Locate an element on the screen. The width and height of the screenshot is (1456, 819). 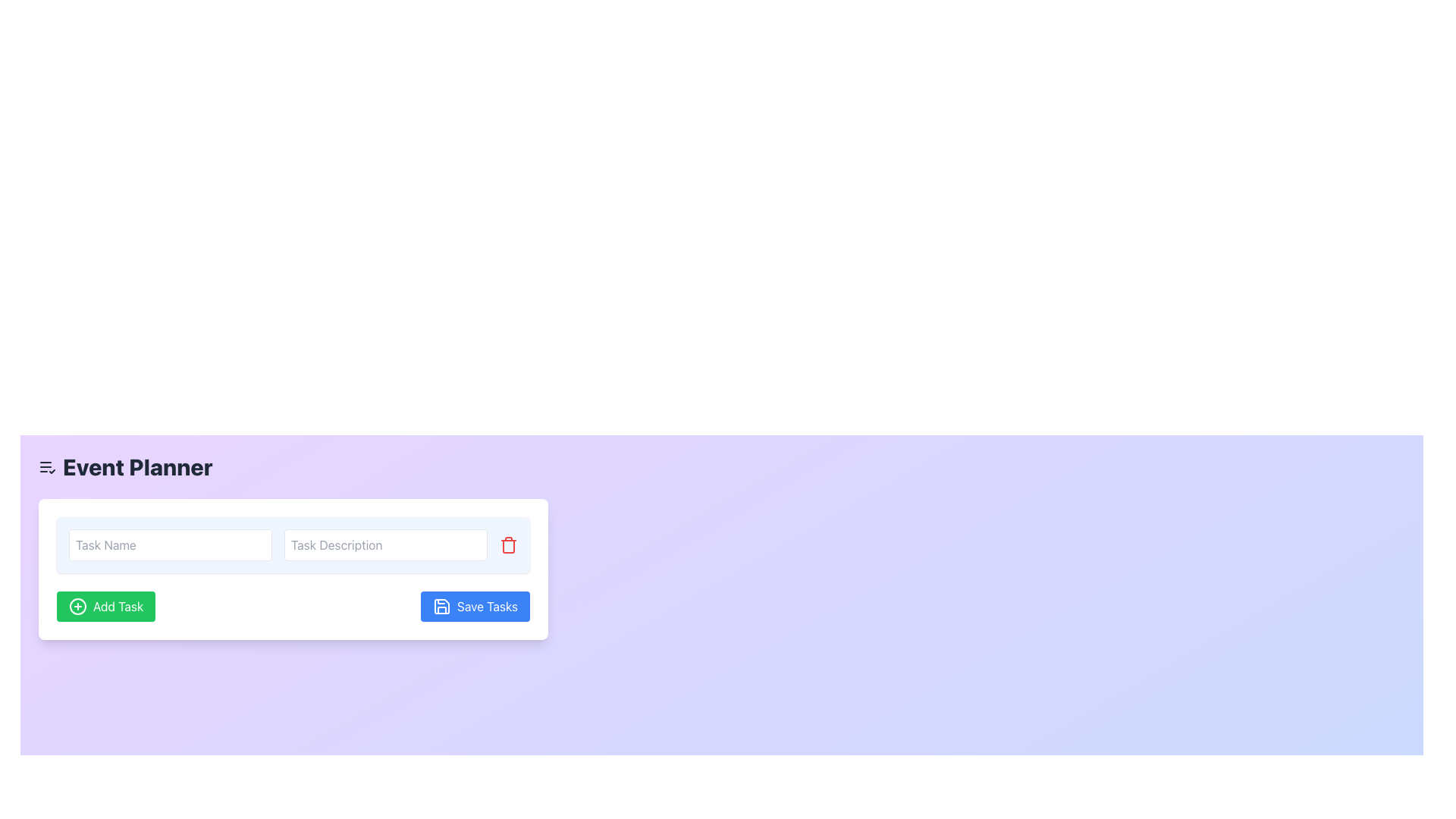
the delete button is located at coordinates (509, 544).